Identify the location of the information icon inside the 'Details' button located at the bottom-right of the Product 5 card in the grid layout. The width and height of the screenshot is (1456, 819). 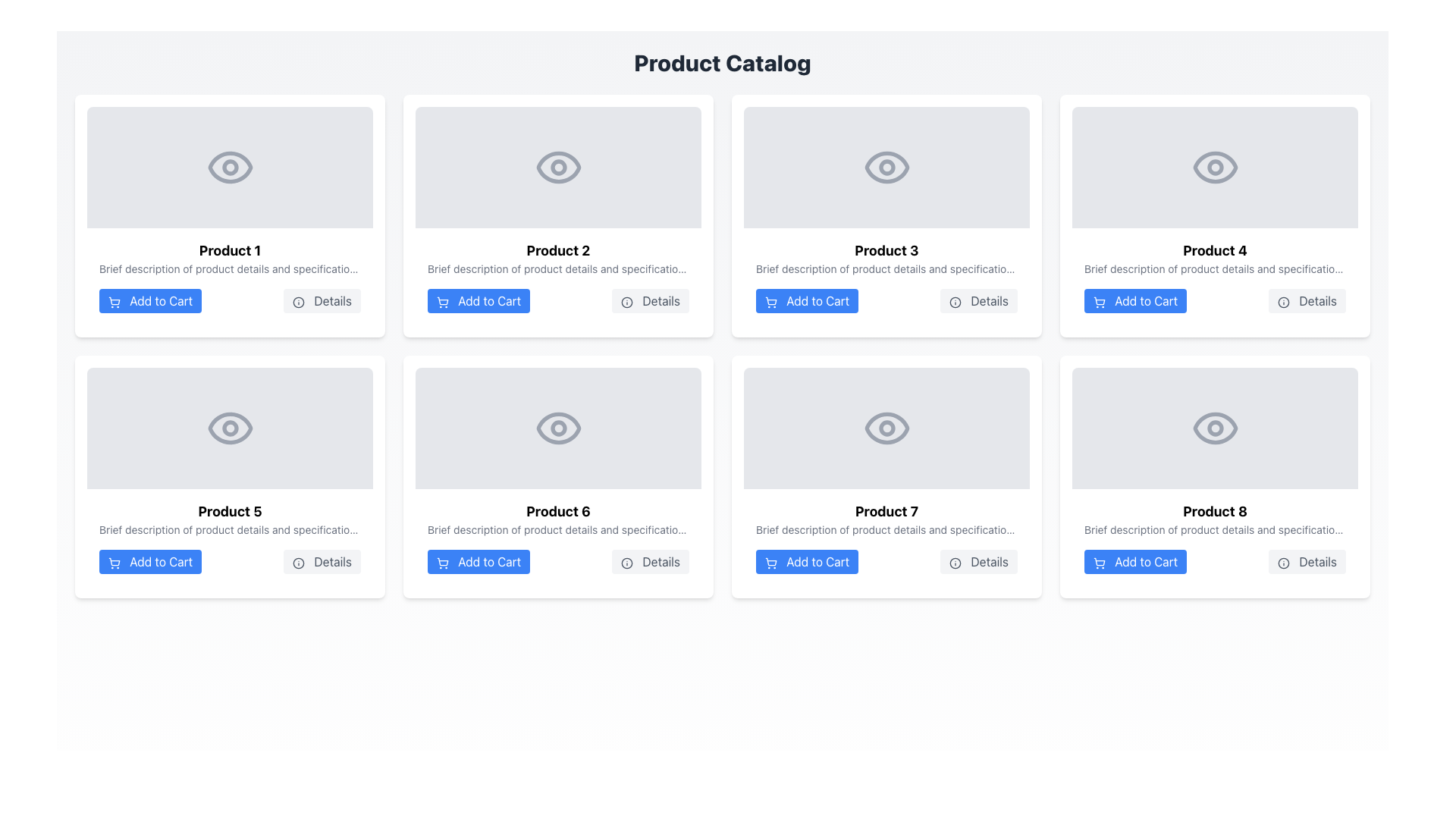
(299, 563).